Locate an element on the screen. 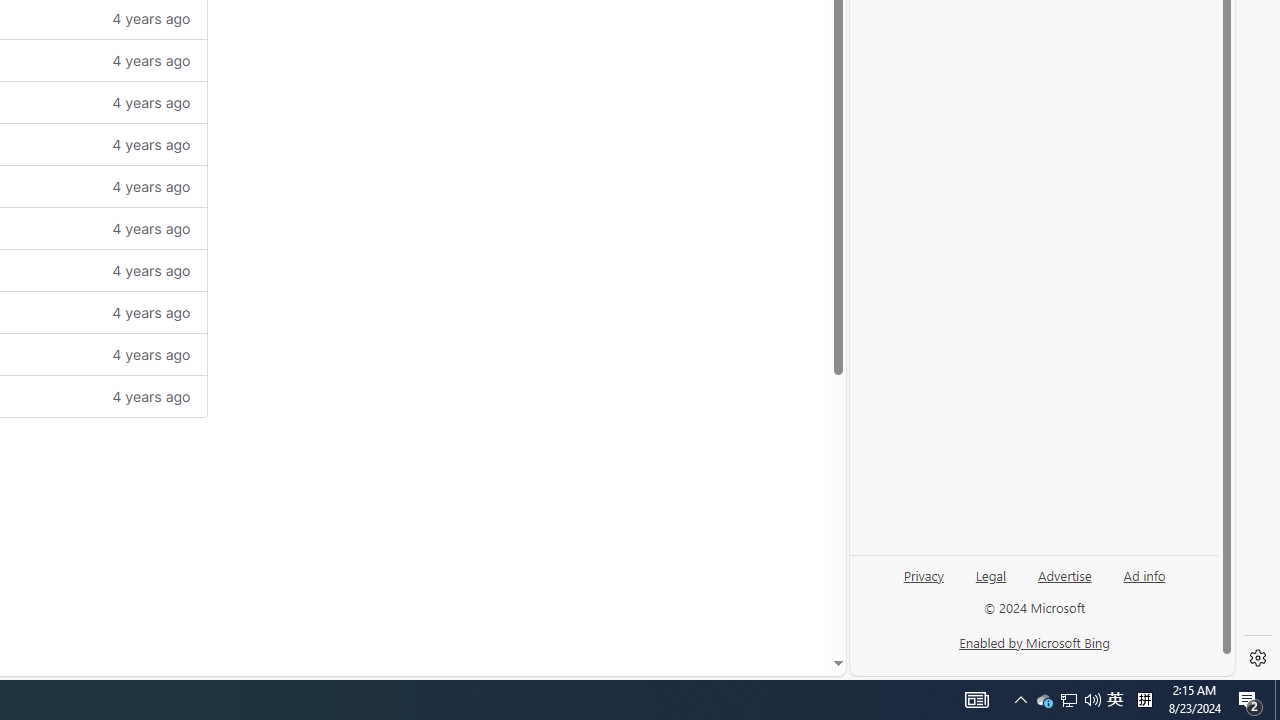 This screenshot has width=1280, height=720. 'Legal' is located at coordinates (990, 583).